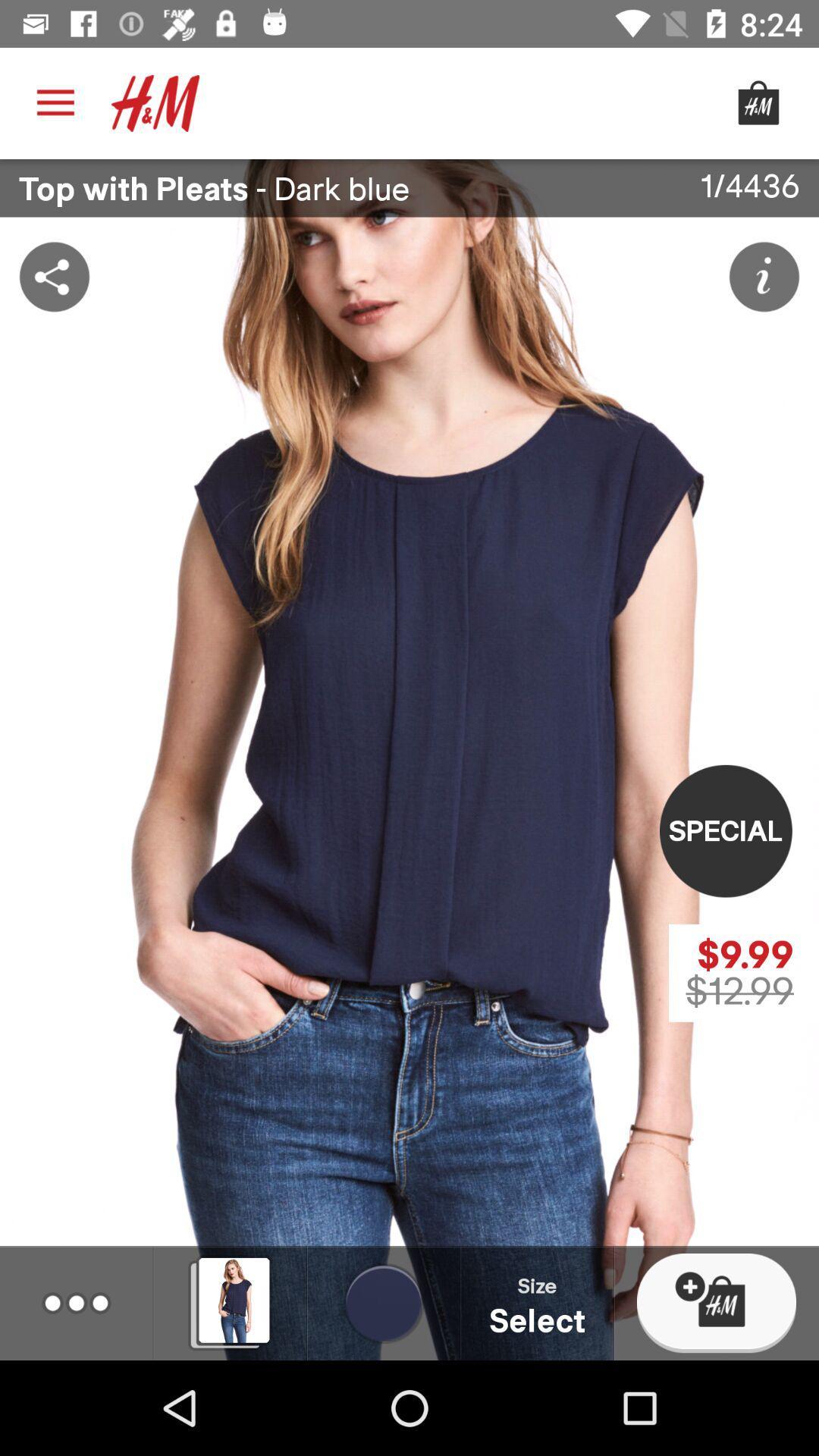  I want to click on information icon, so click(764, 276).